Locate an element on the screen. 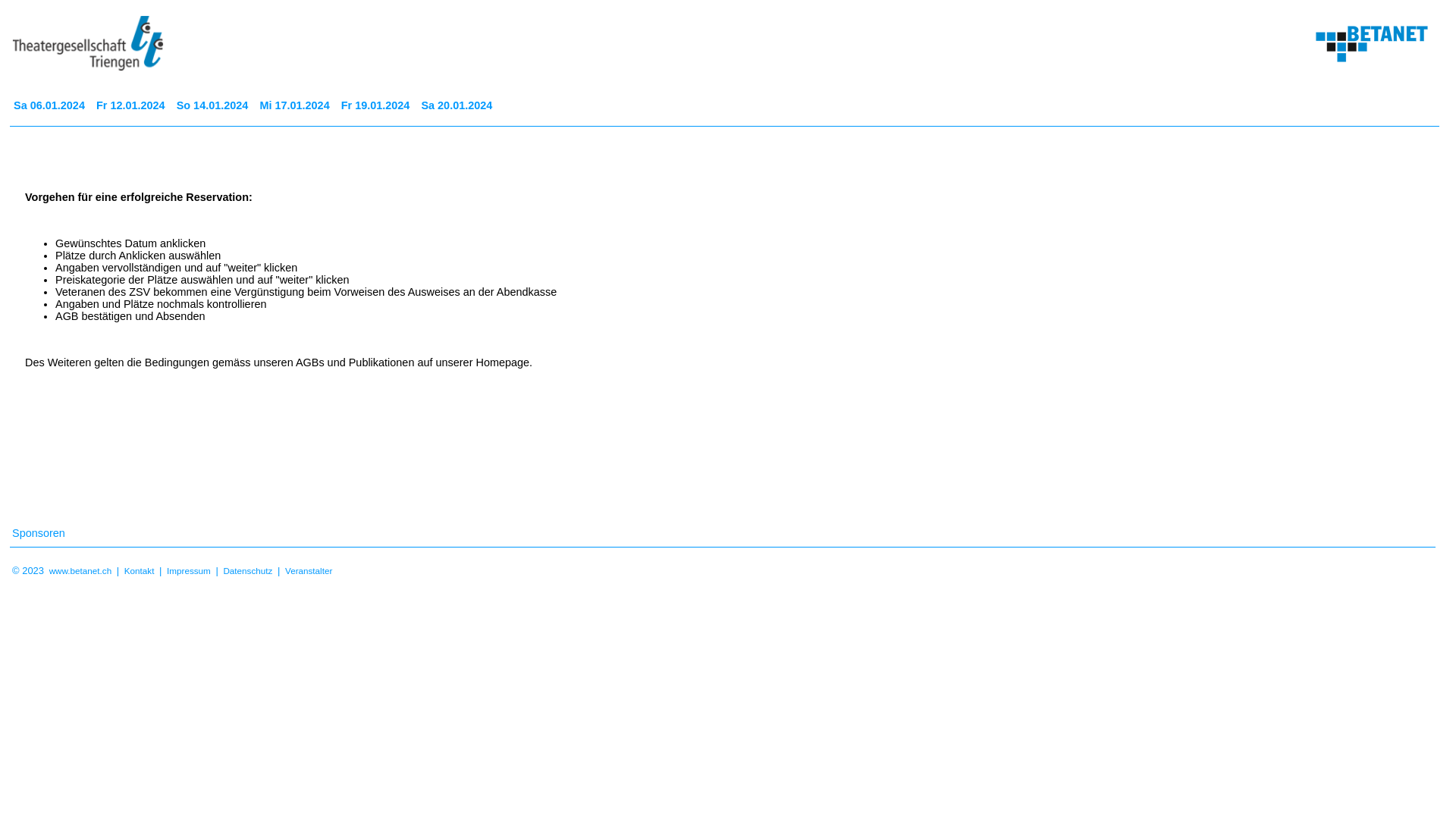 The width and height of the screenshot is (1456, 819). 'Mi 17.01.2024' is located at coordinates (296, 104).